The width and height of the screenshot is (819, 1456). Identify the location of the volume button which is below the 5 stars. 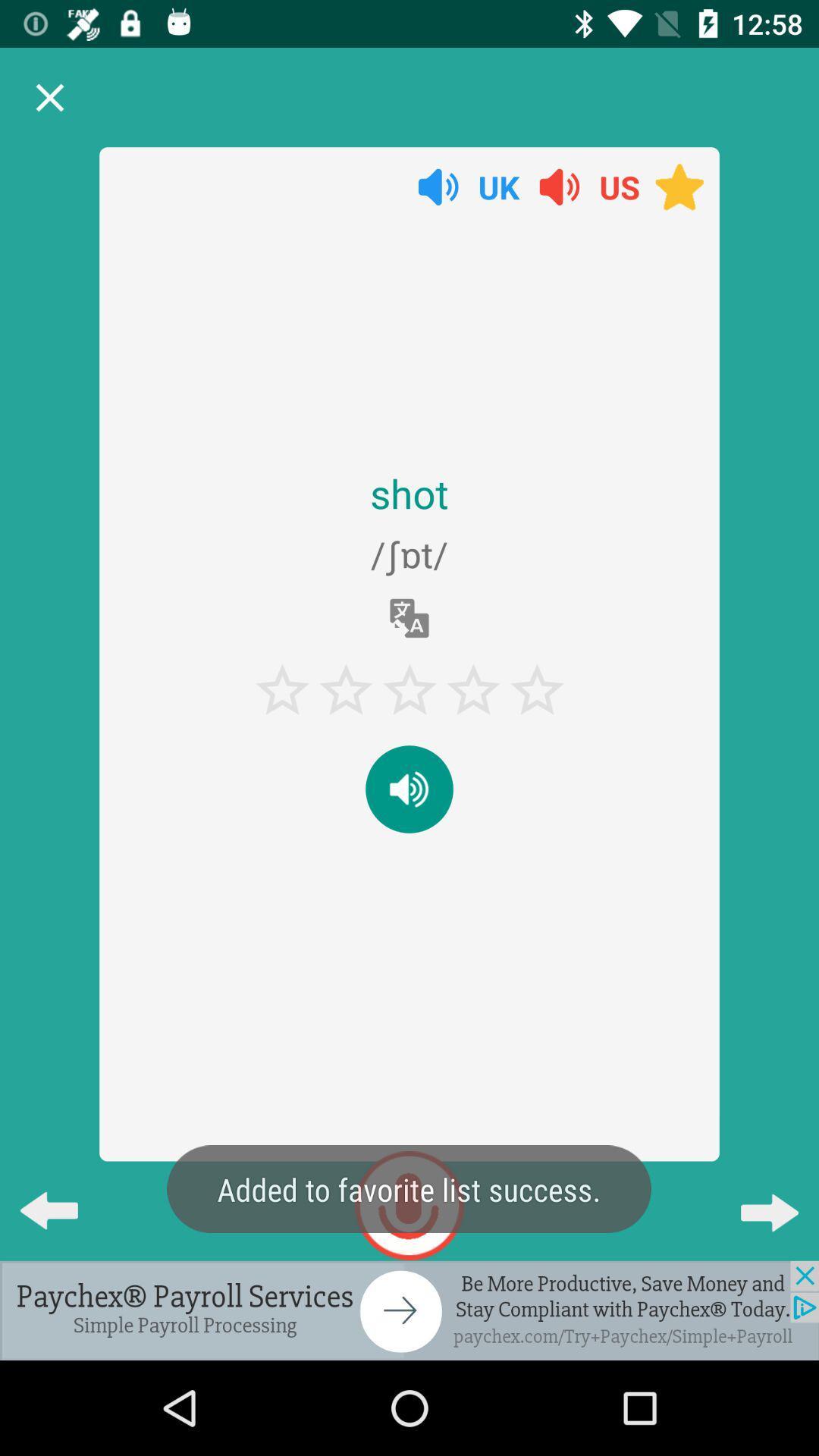
(409, 789).